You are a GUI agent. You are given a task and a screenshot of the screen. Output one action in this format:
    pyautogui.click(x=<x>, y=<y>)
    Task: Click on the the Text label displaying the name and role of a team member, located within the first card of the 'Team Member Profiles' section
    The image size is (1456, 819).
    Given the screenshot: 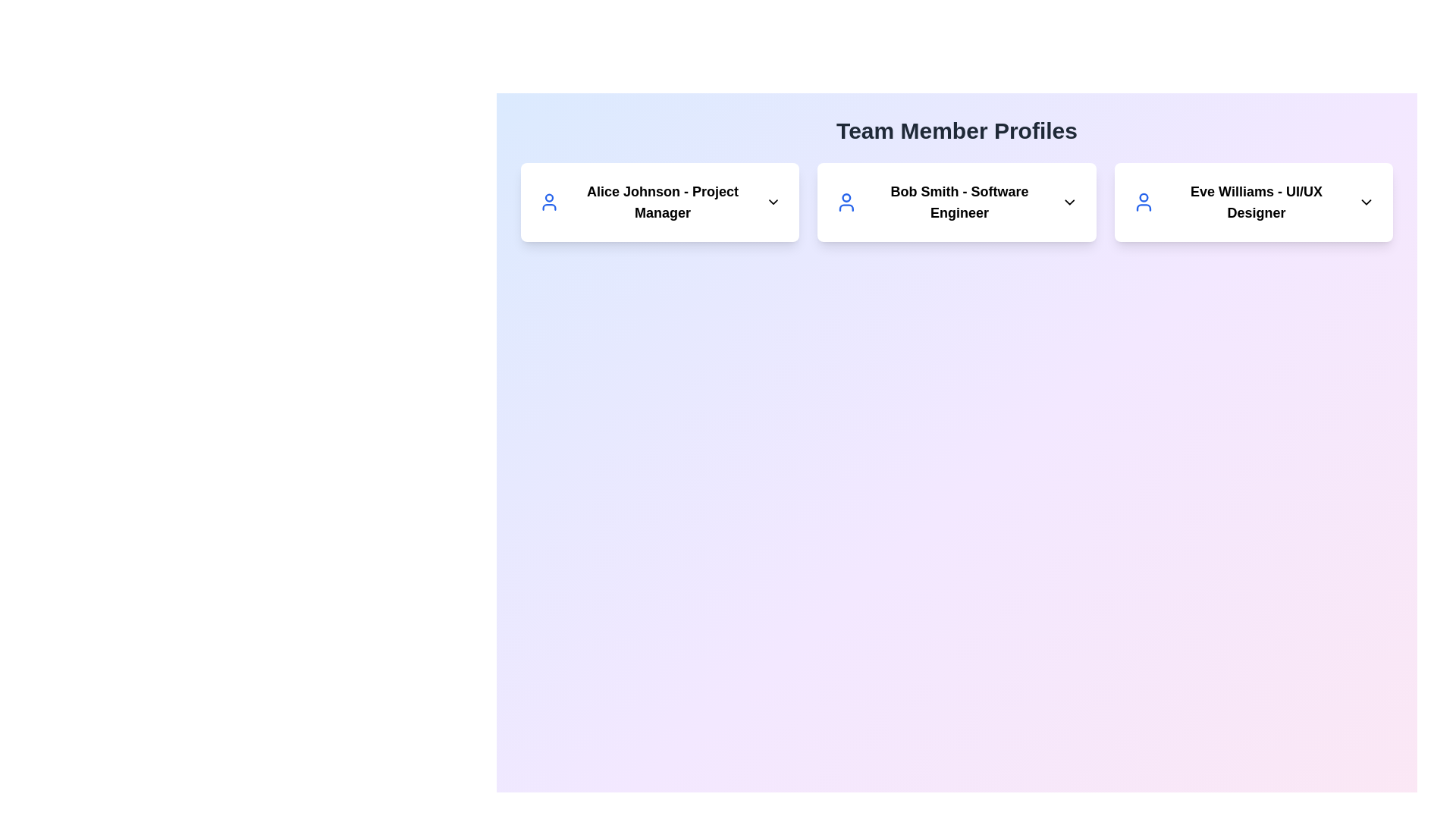 What is the action you would take?
    pyautogui.click(x=660, y=201)
    